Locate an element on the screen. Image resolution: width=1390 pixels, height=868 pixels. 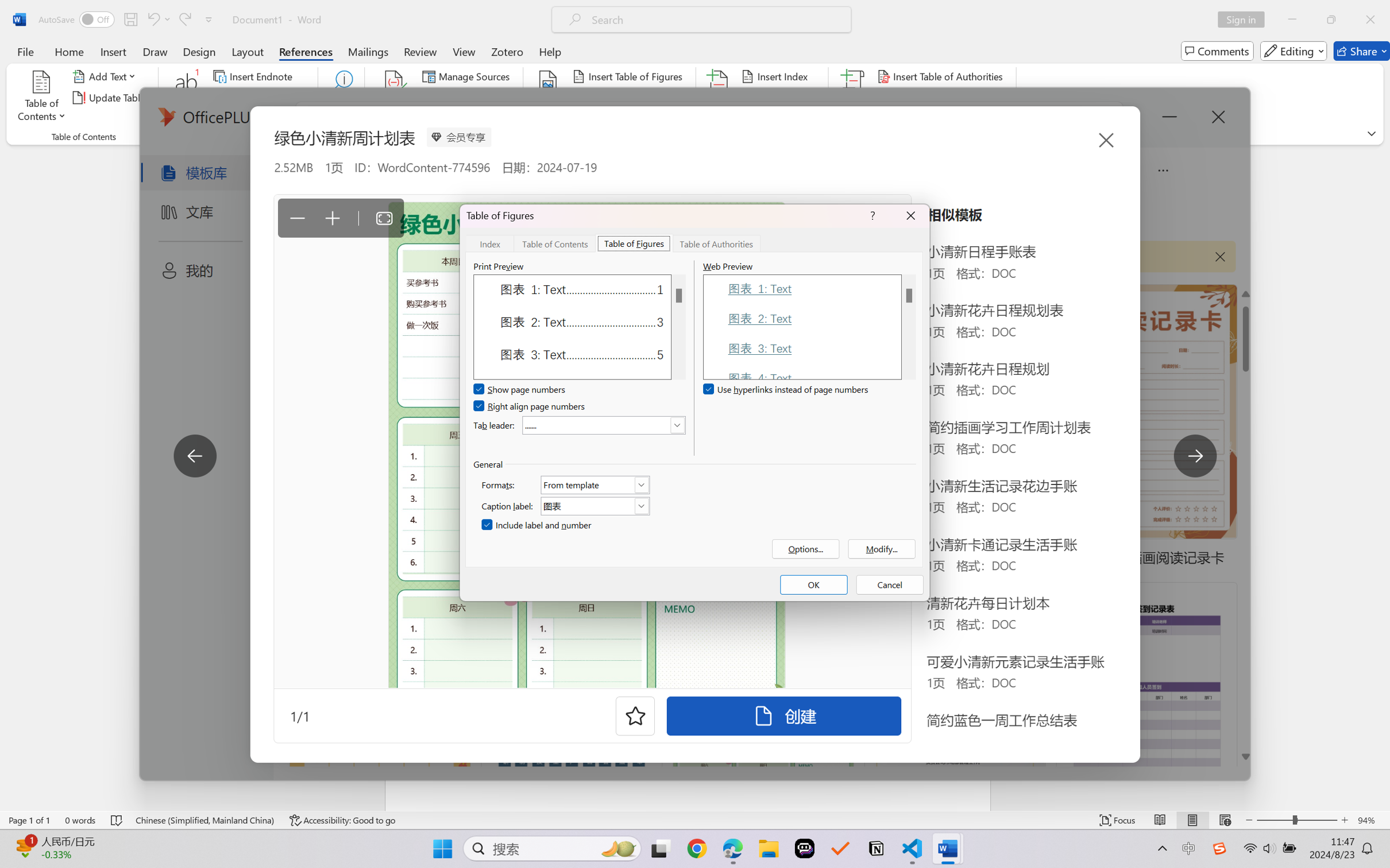
'Show page numbers' is located at coordinates (520, 390).